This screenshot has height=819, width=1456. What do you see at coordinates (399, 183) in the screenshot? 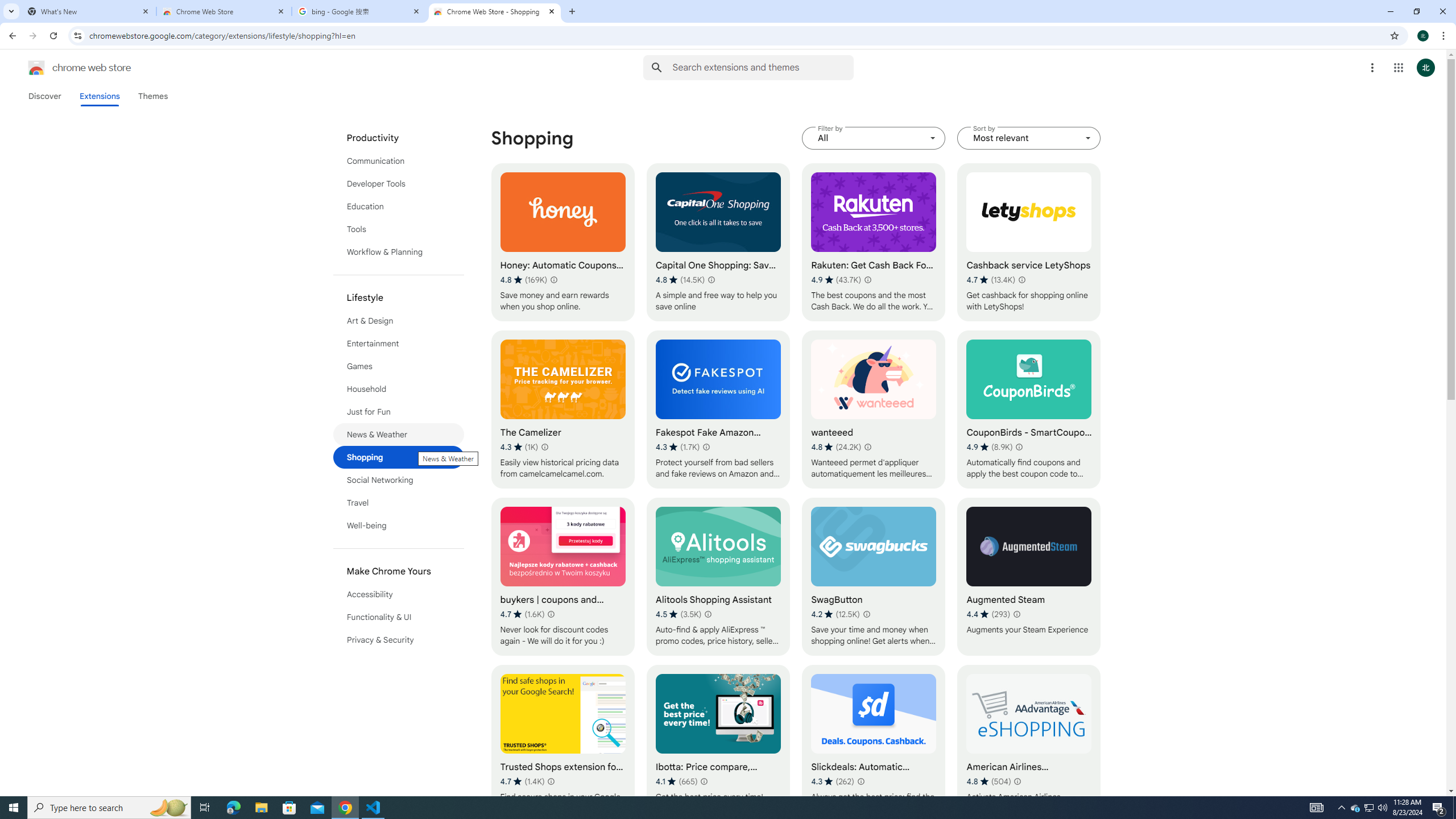
I see `'Developer Tools'` at bounding box center [399, 183].